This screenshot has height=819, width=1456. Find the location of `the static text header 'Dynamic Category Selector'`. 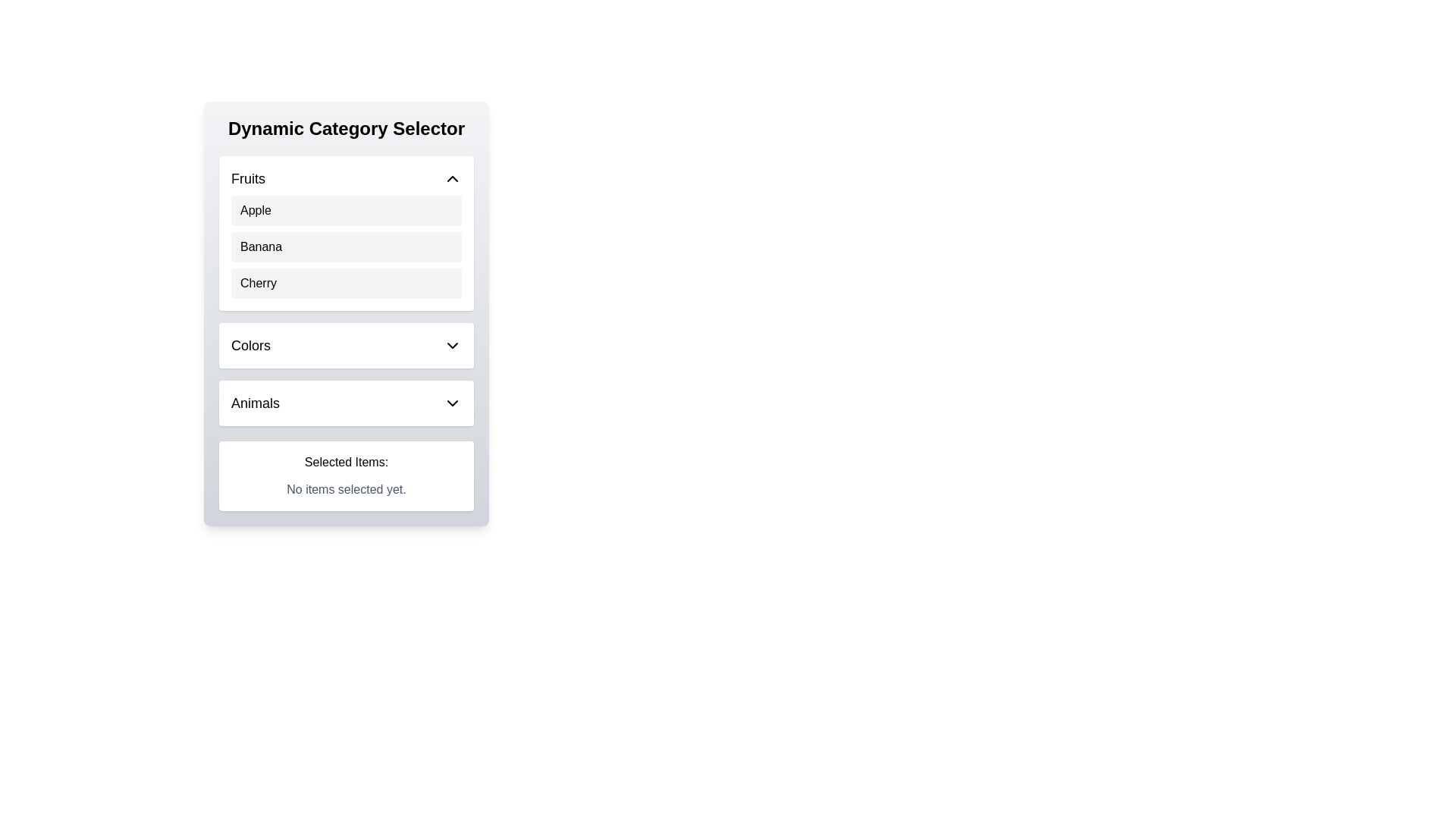

the static text header 'Dynamic Category Selector' is located at coordinates (345, 127).